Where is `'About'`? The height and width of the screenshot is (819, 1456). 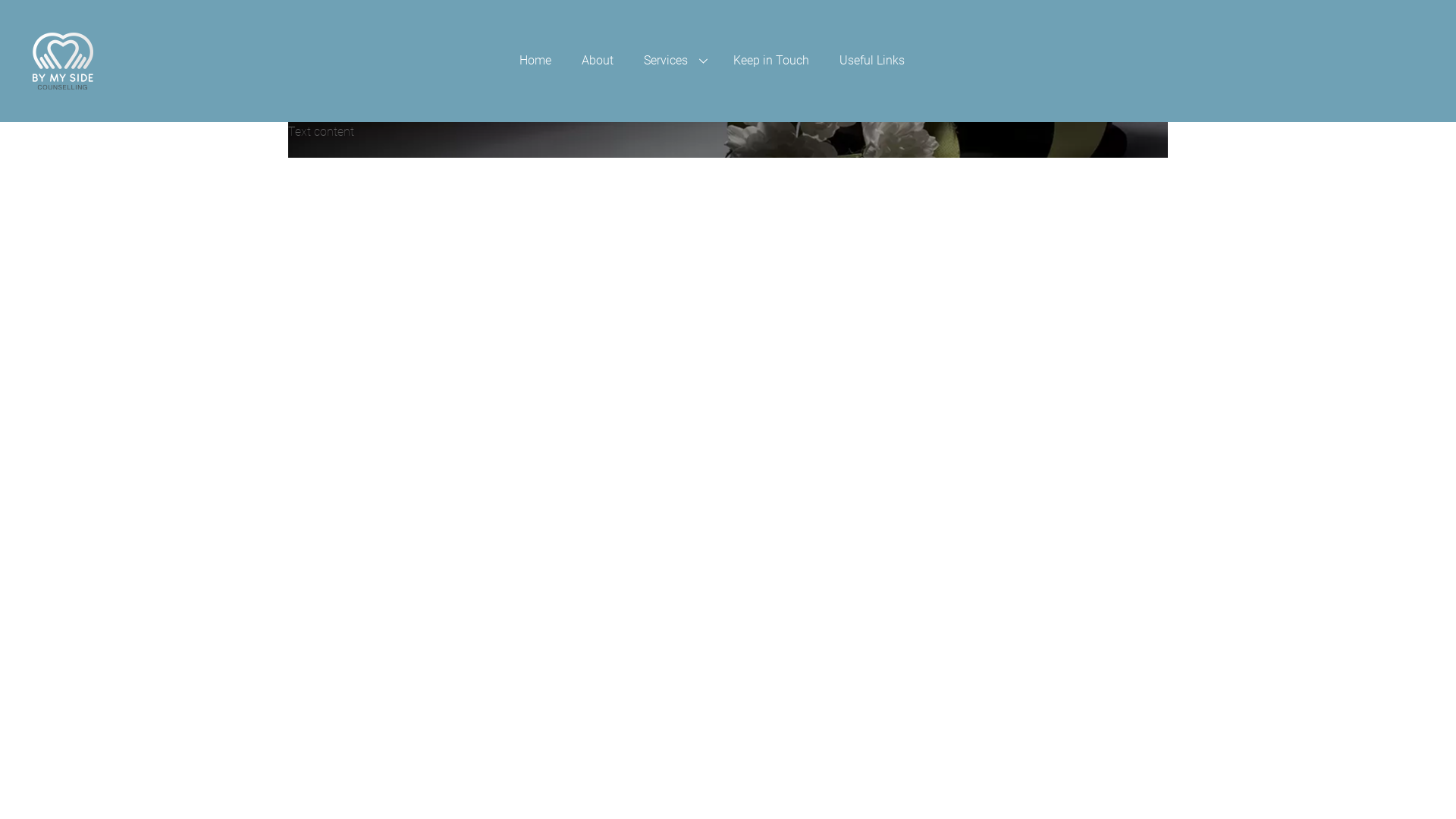 'About' is located at coordinates (596, 60).